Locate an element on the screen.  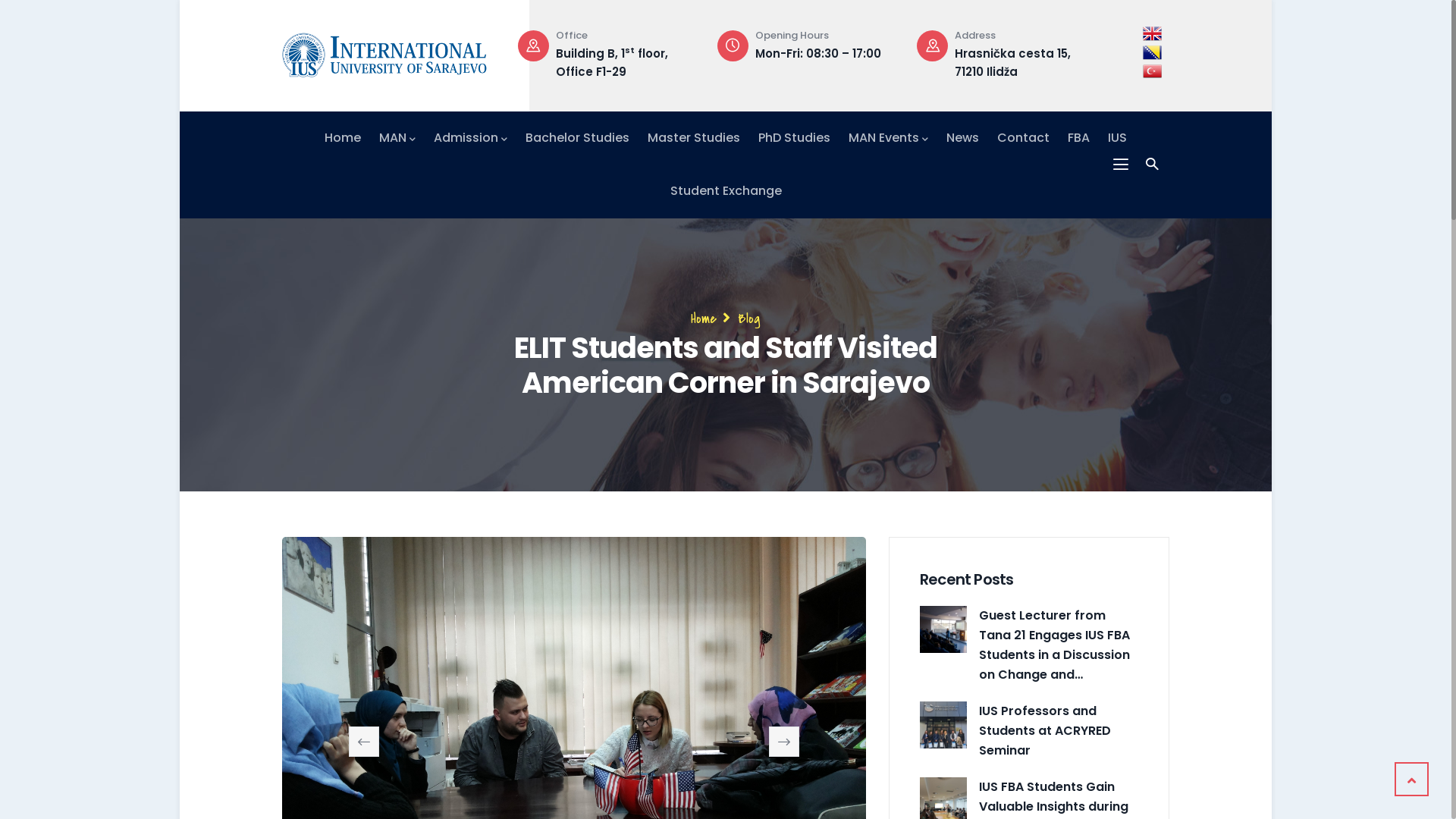
'IUS Professors and Students at ACRYRED Seminar' is located at coordinates (942, 724).